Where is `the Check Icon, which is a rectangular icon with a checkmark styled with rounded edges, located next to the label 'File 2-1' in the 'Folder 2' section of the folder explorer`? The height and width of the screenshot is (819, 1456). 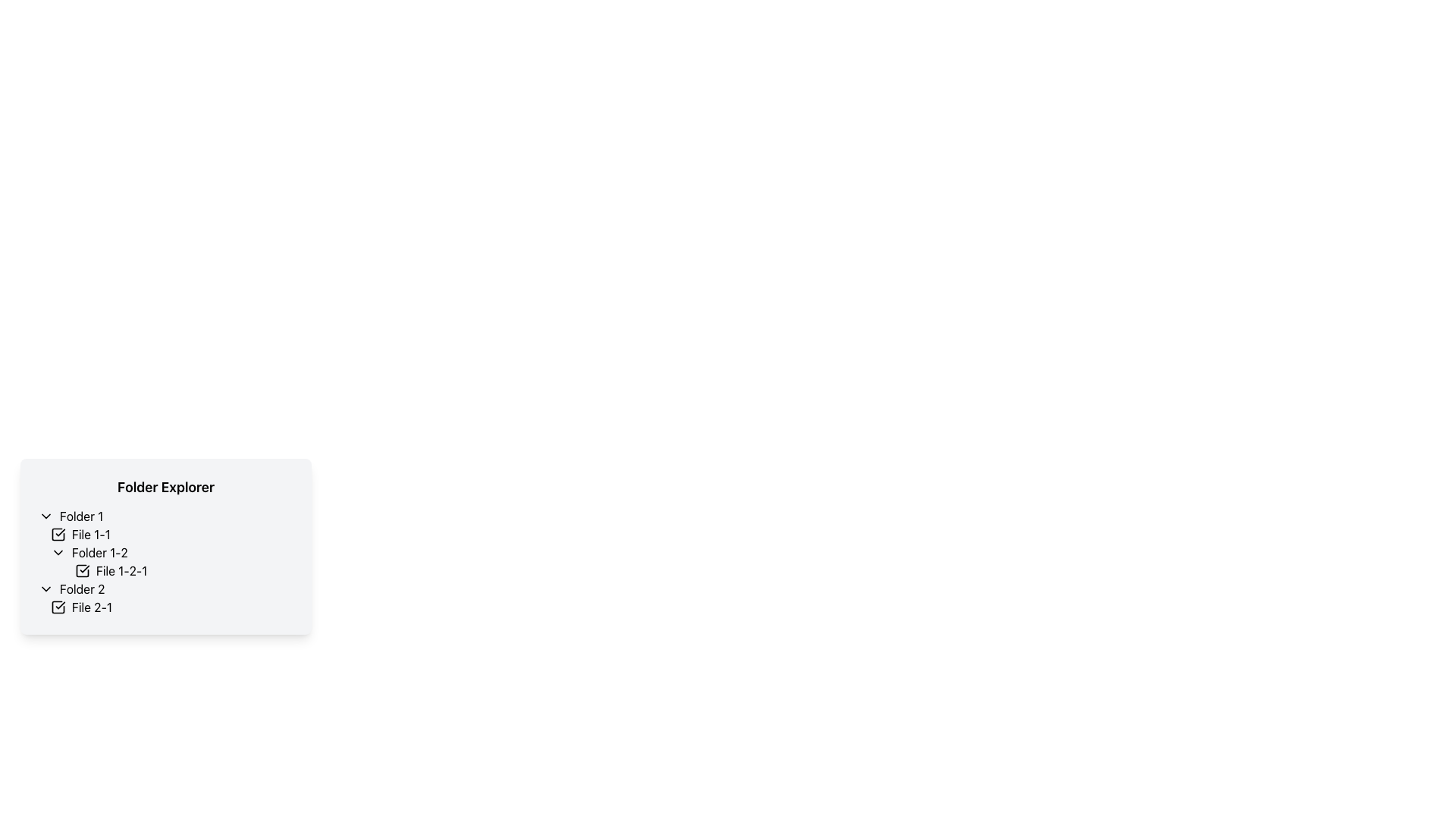 the Check Icon, which is a rectangular icon with a checkmark styled with rounded edges, located next to the label 'File 2-1' in the 'Folder 2' section of the folder explorer is located at coordinates (58, 607).